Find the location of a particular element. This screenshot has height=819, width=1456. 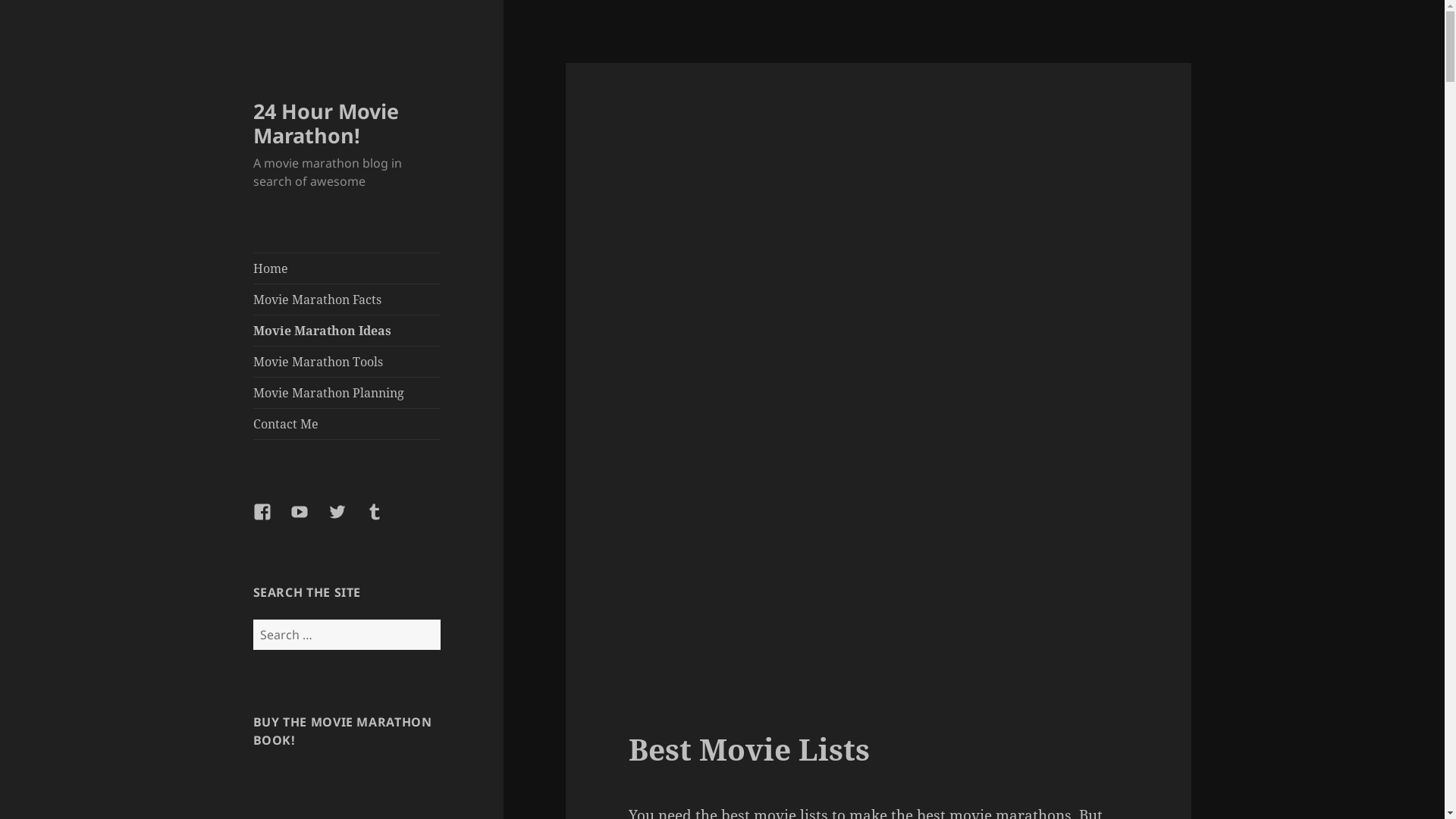

'Search' is located at coordinates (439, 619).